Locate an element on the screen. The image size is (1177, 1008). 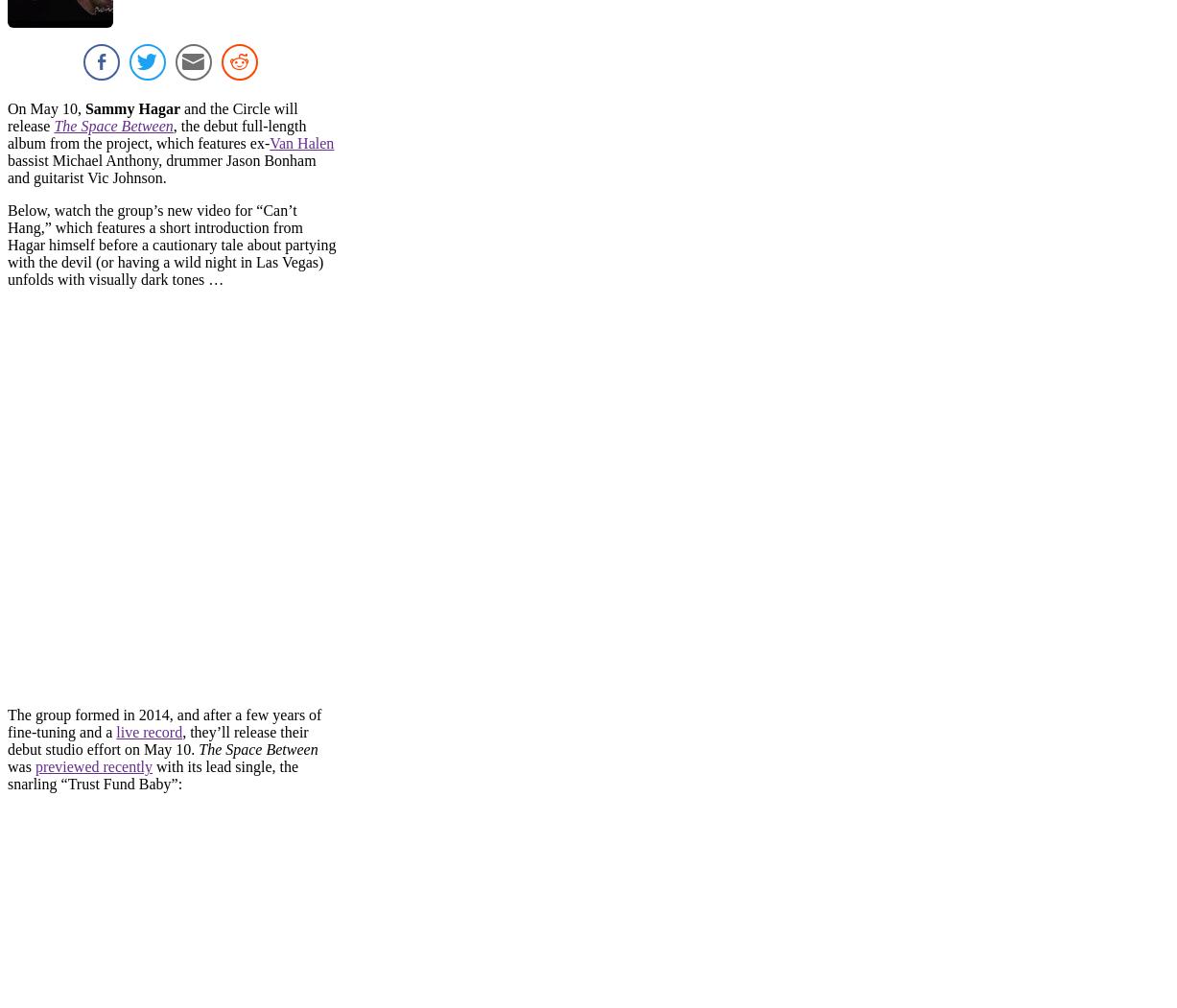
', the debut full-length album from the project, which features ex-' is located at coordinates (155, 133).